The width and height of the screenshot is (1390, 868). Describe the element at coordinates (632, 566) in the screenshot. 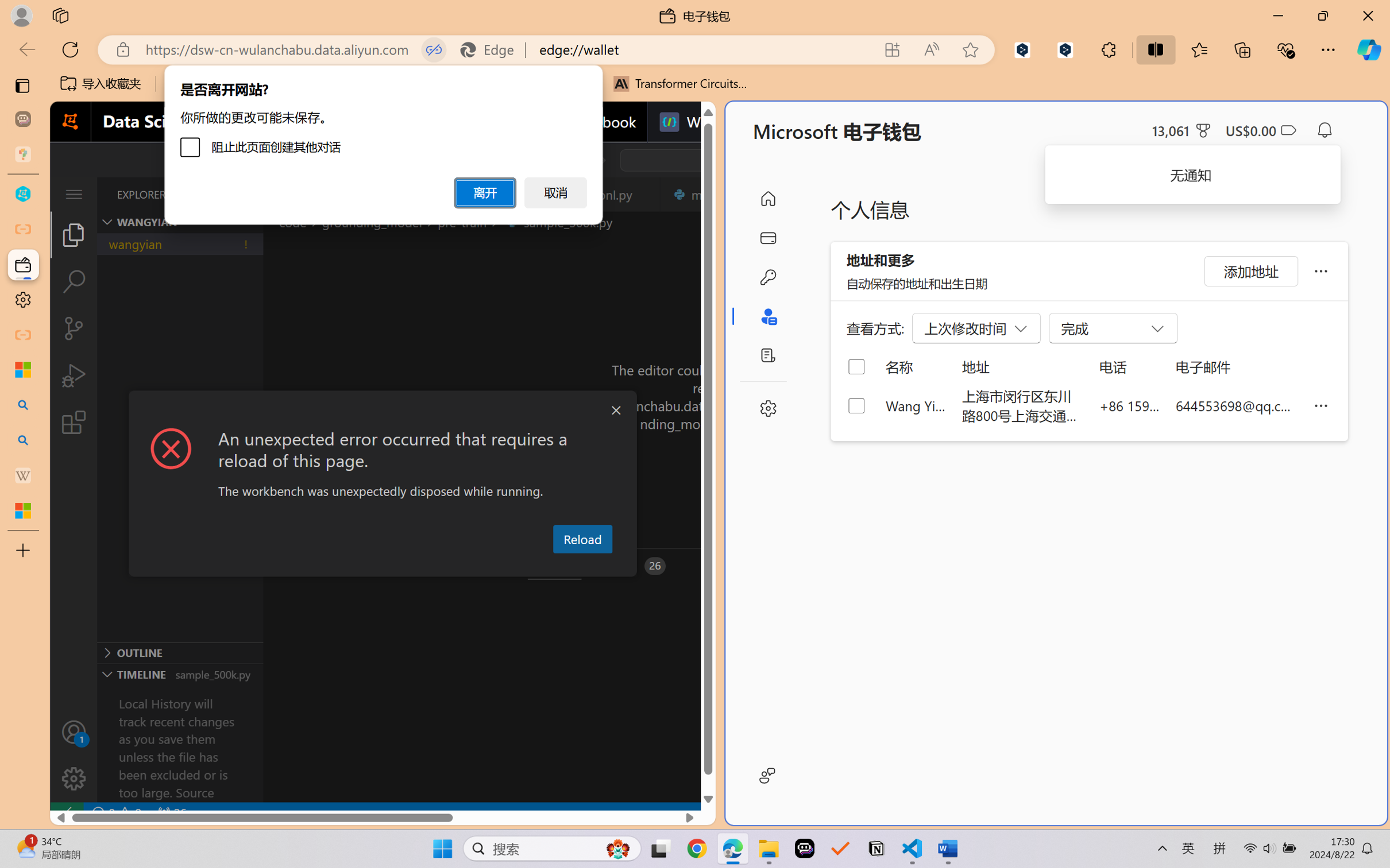

I see `'Ports - 26 forwarded ports'` at that location.